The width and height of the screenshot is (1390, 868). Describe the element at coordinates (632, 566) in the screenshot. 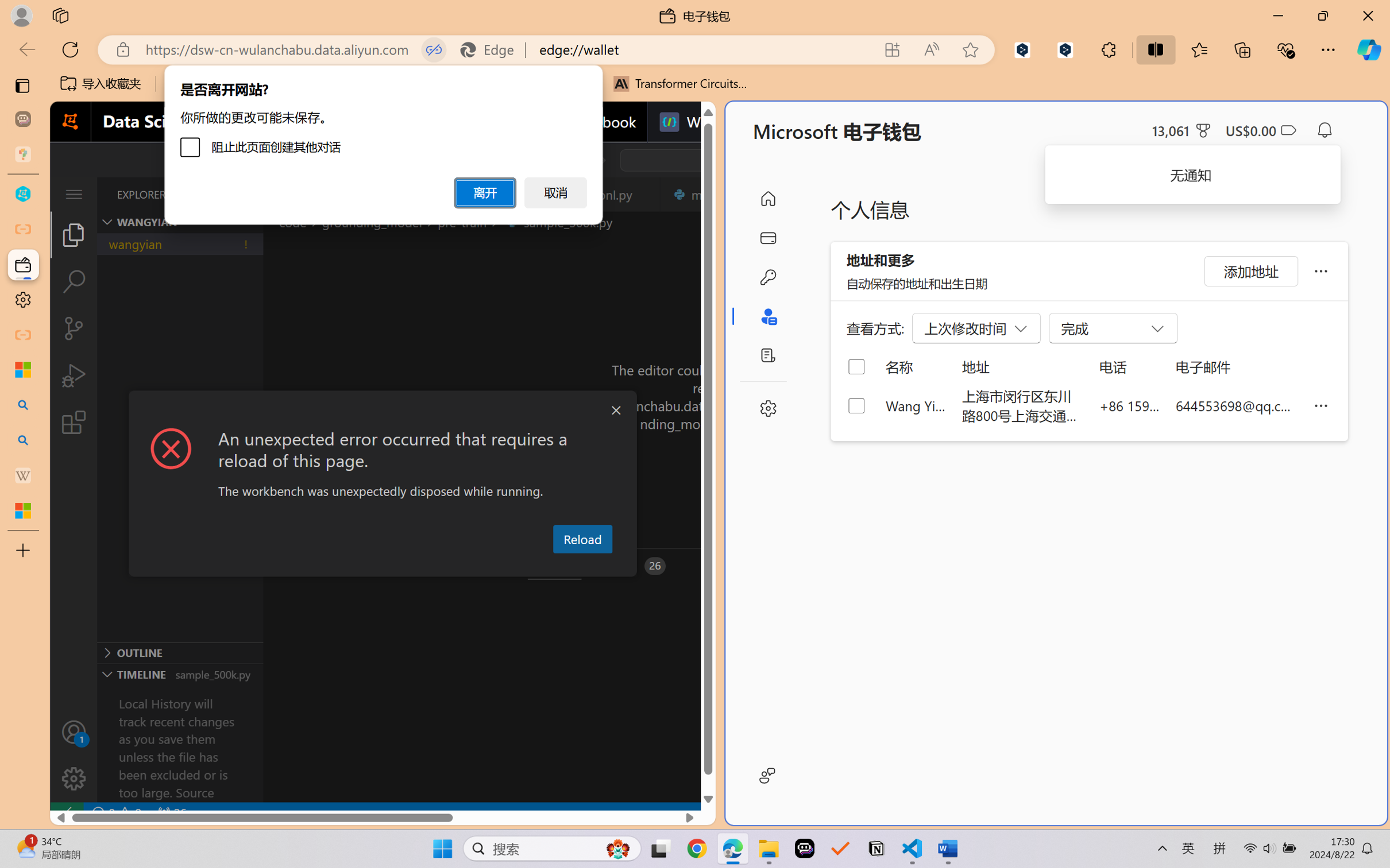

I see `'Ports - 26 forwarded ports'` at that location.